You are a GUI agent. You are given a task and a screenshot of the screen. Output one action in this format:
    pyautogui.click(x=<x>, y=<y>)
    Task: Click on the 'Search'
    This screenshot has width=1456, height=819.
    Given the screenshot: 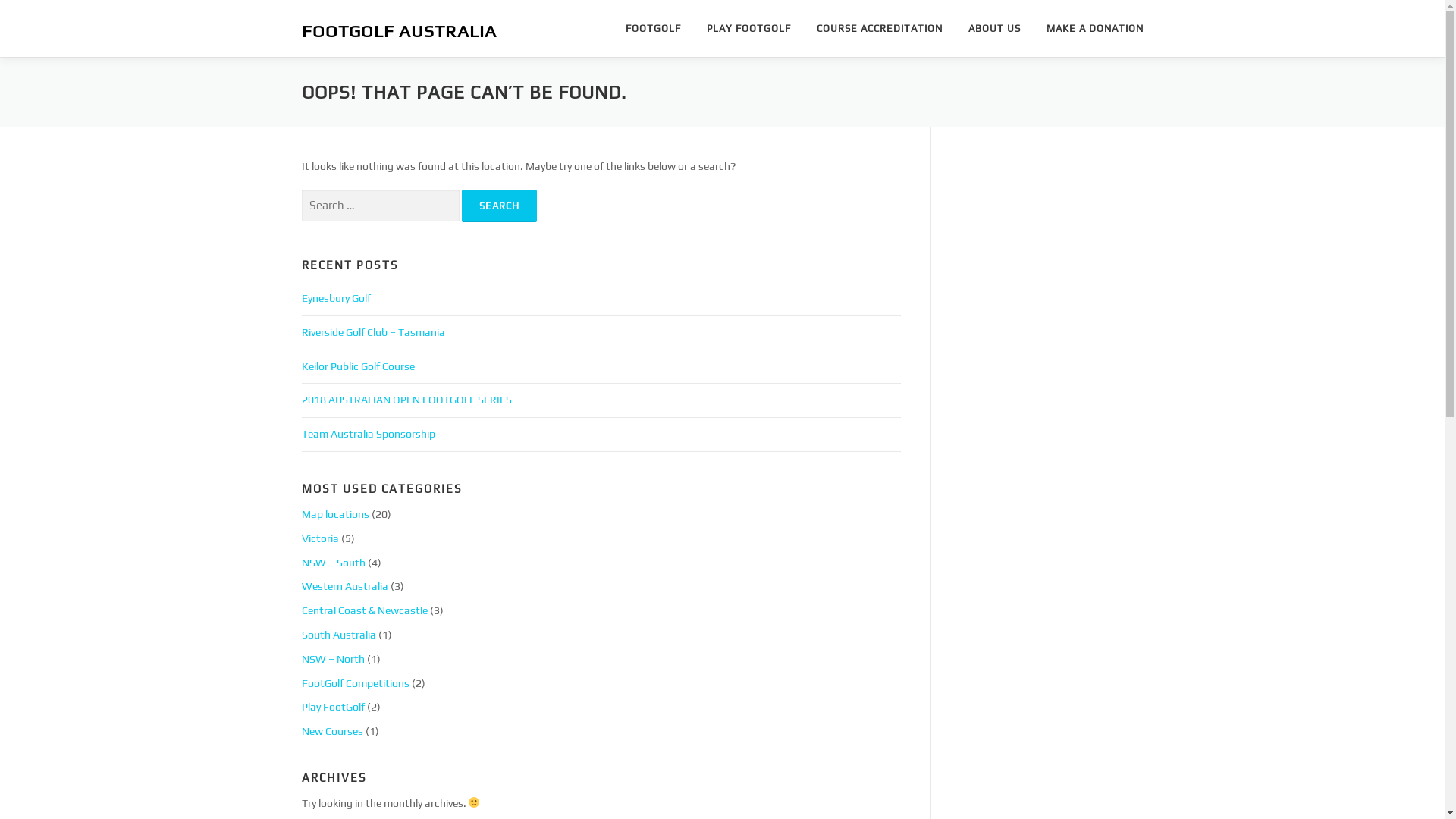 What is the action you would take?
    pyautogui.click(x=498, y=206)
    